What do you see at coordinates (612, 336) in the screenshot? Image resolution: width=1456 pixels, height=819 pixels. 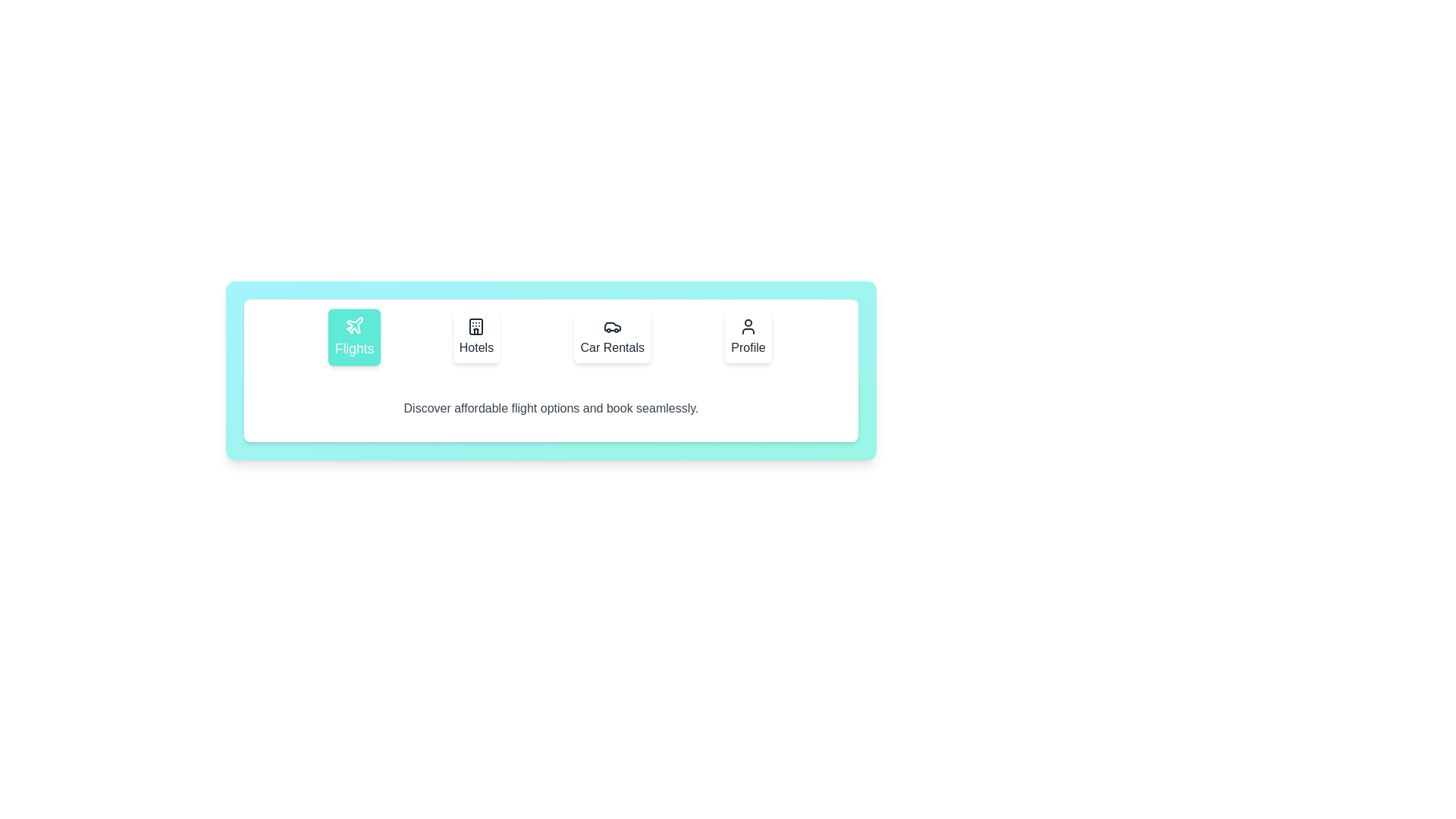 I see `the Car Rentals tab to view its content` at bounding box center [612, 336].